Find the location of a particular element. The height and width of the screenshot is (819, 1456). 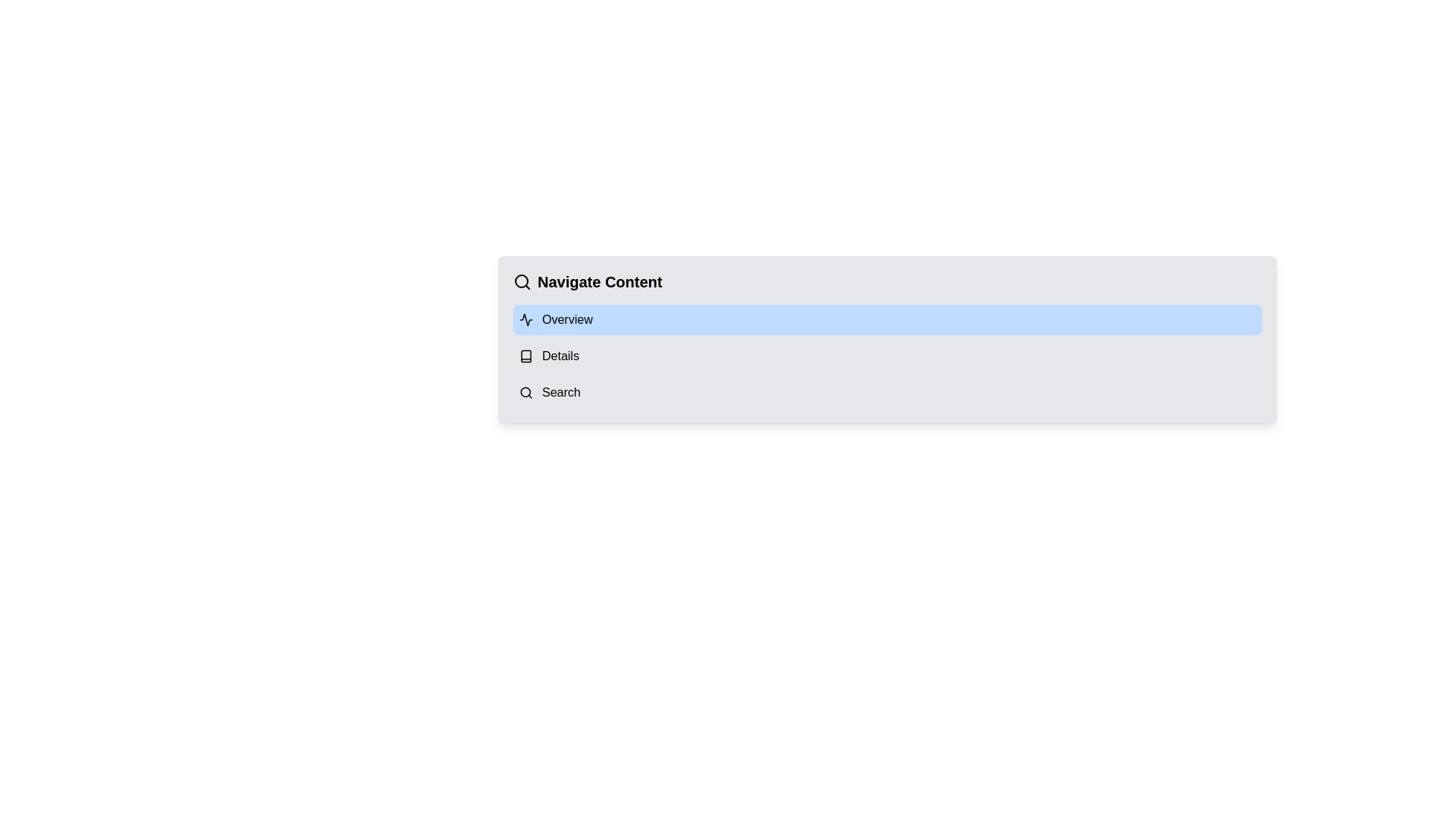

the zigzag or waveform-like icon located to the left of the 'Overview' text label in the vertical navigation panel is located at coordinates (526, 318).